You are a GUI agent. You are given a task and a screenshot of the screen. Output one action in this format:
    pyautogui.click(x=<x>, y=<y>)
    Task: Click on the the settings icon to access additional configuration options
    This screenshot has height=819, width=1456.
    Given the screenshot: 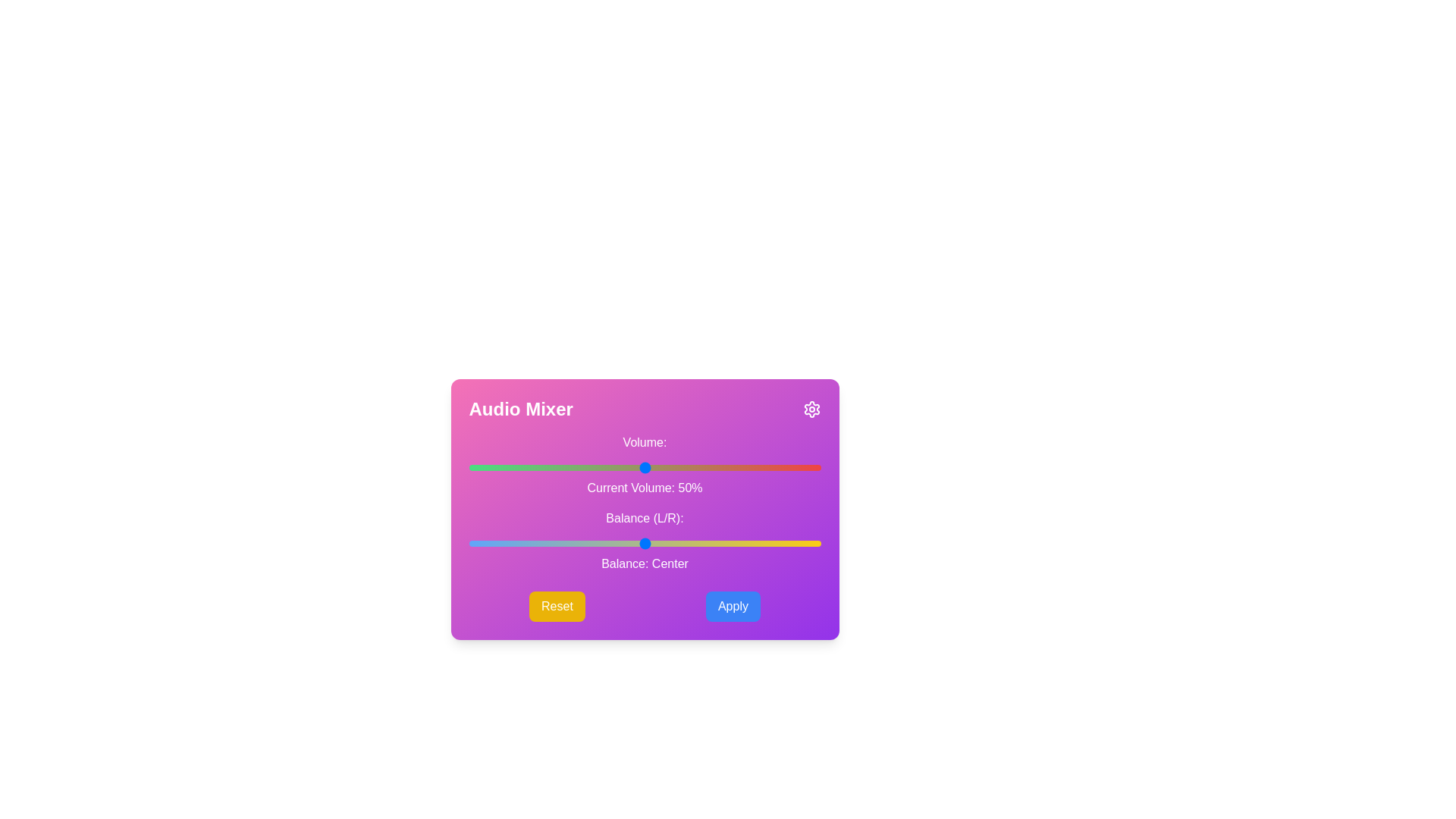 What is the action you would take?
    pyautogui.click(x=811, y=409)
    